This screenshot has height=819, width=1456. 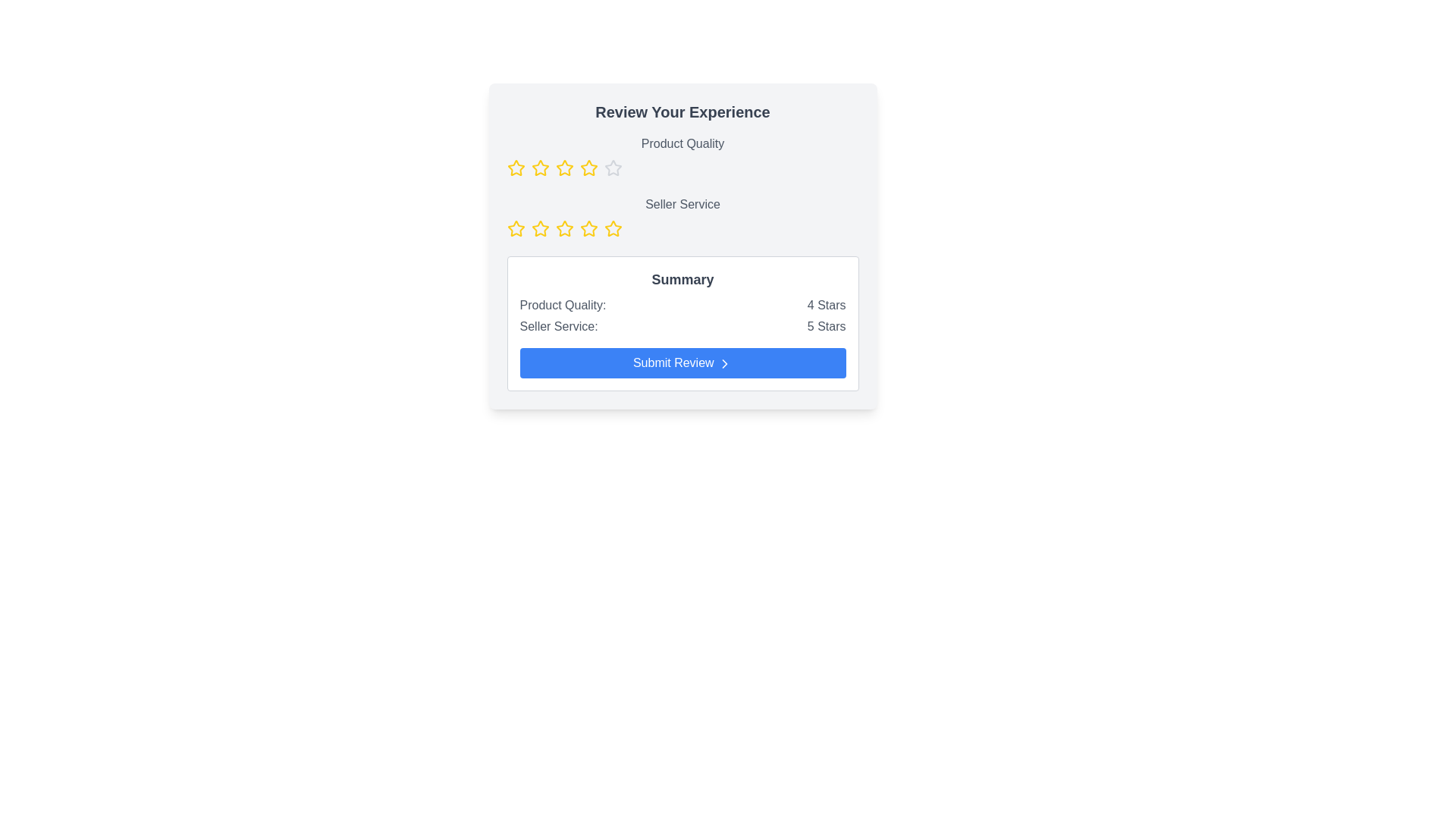 What do you see at coordinates (540, 228) in the screenshot?
I see `the third star in the rating system for 'Seller Service'` at bounding box center [540, 228].